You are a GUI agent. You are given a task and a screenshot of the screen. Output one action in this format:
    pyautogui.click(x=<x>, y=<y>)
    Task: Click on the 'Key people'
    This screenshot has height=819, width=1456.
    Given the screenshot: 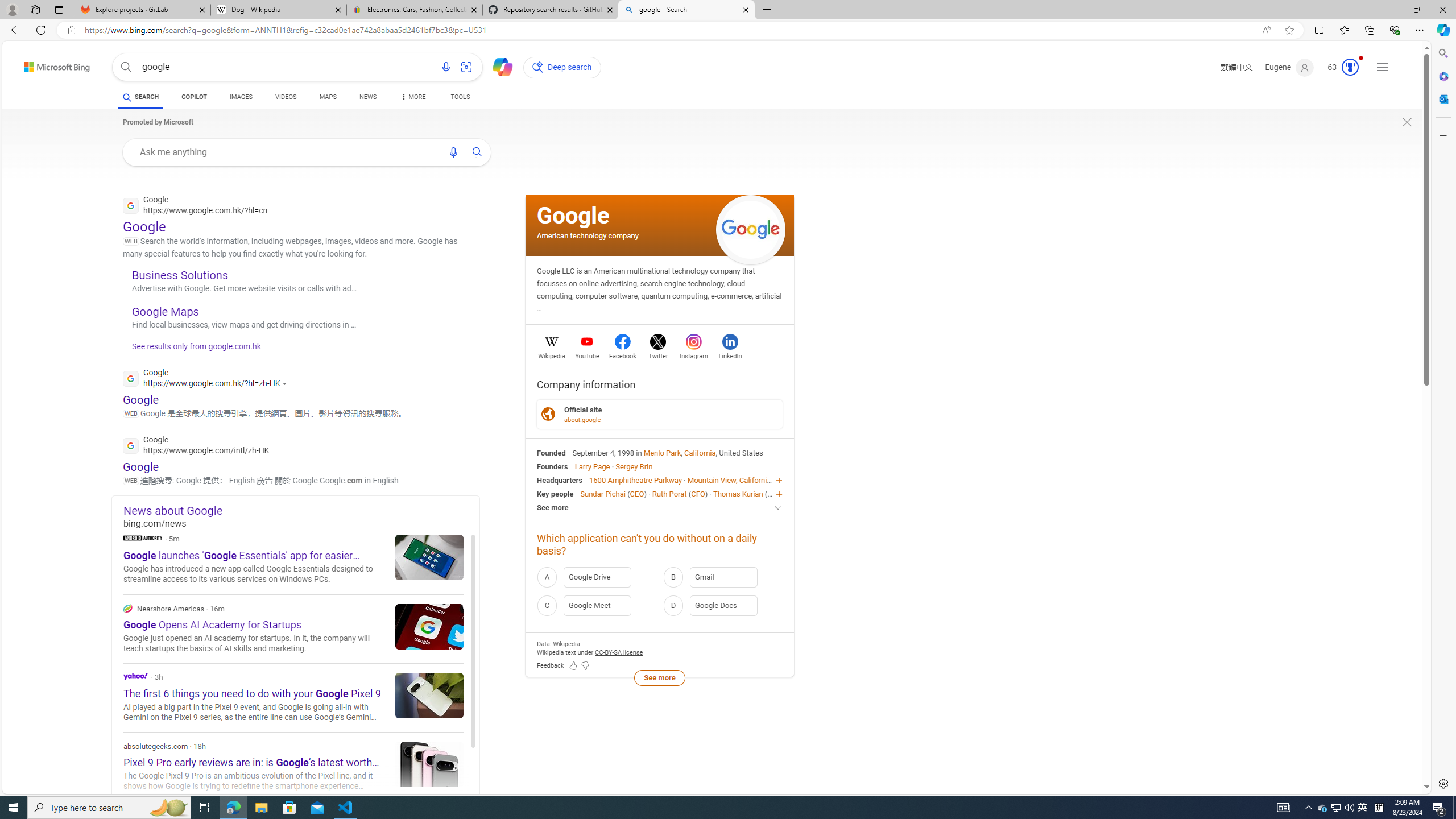 What is the action you would take?
    pyautogui.click(x=555, y=493)
    